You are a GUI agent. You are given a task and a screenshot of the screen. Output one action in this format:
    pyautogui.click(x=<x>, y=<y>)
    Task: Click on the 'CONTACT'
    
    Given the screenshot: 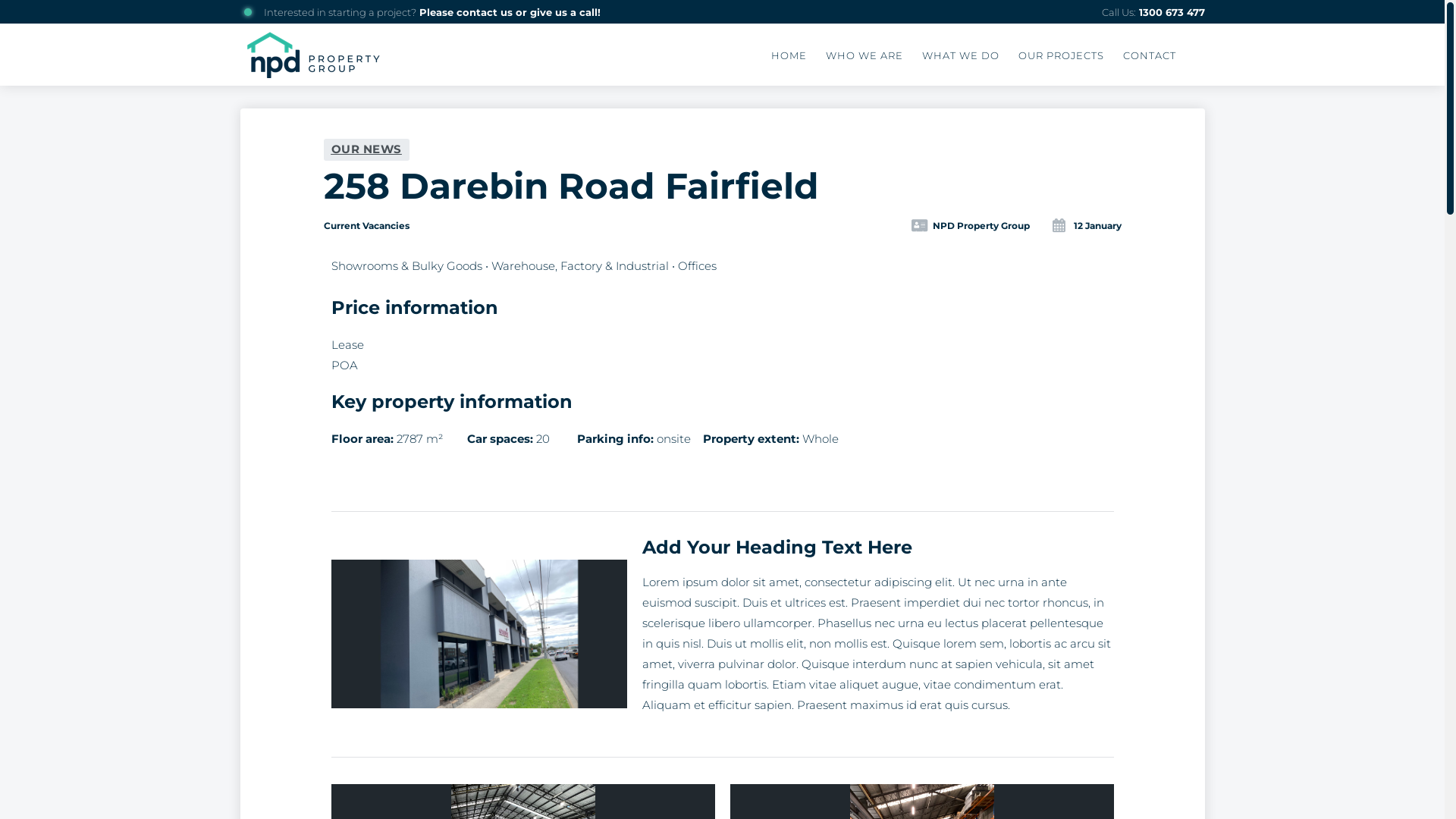 What is the action you would take?
    pyautogui.click(x=1150, y=55)
    